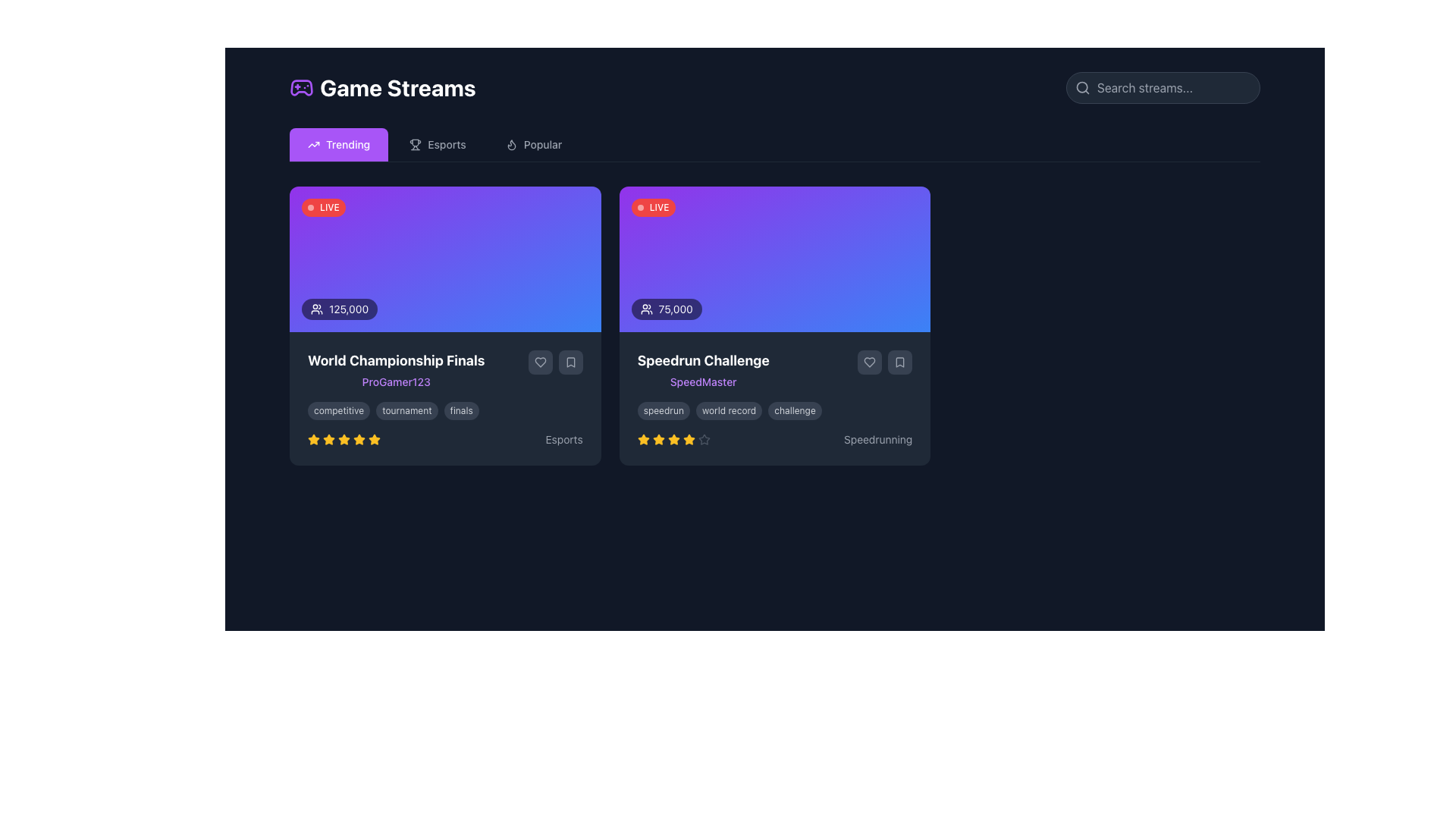 The image size is (1456, 819). I want to click on the third tag element in the horizontal list, located within the 'Speedrun Challenge' card, so click(794, 411).